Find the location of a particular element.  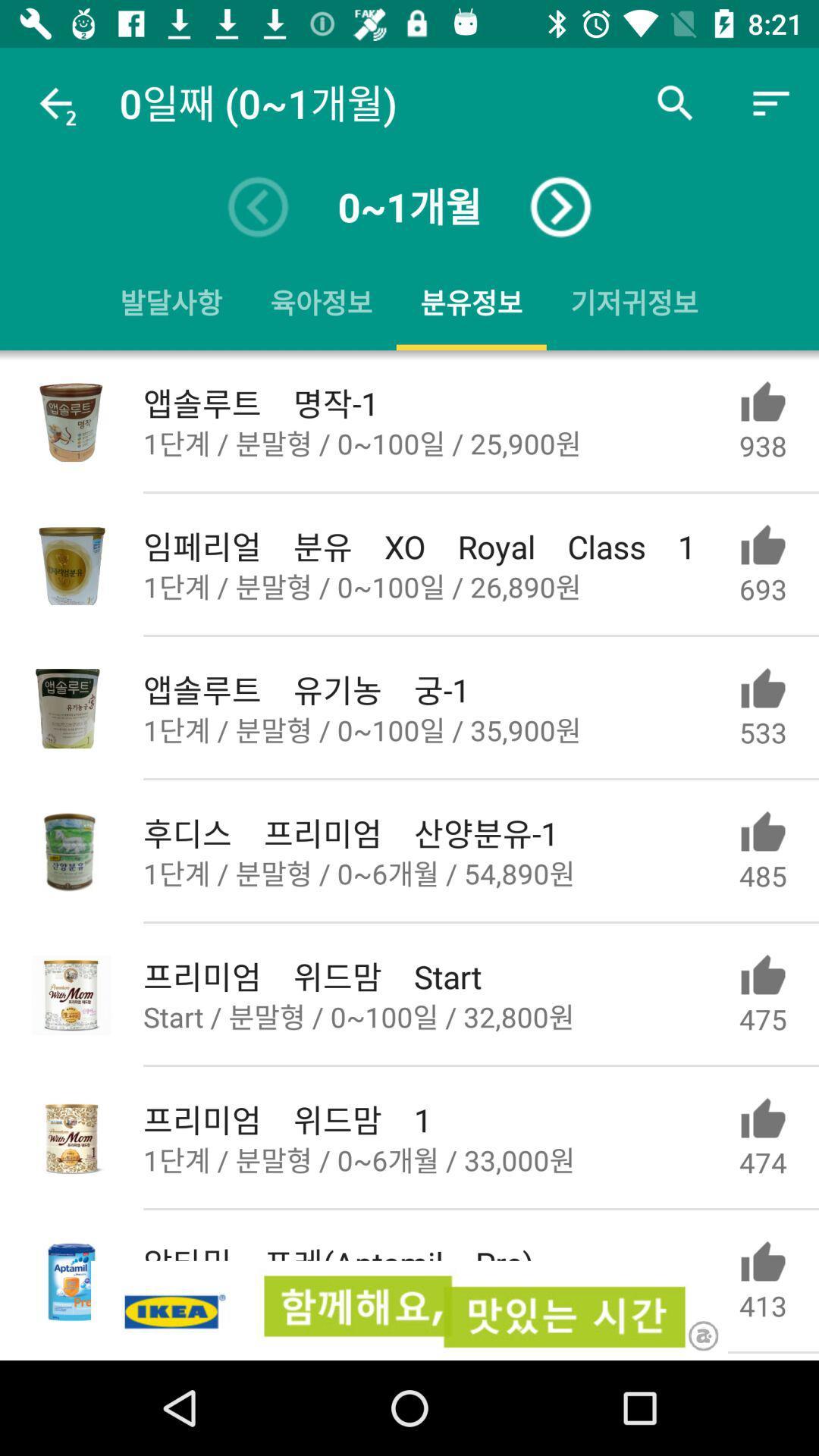

the arrow_backward icon is located at coordinates (257, 206).